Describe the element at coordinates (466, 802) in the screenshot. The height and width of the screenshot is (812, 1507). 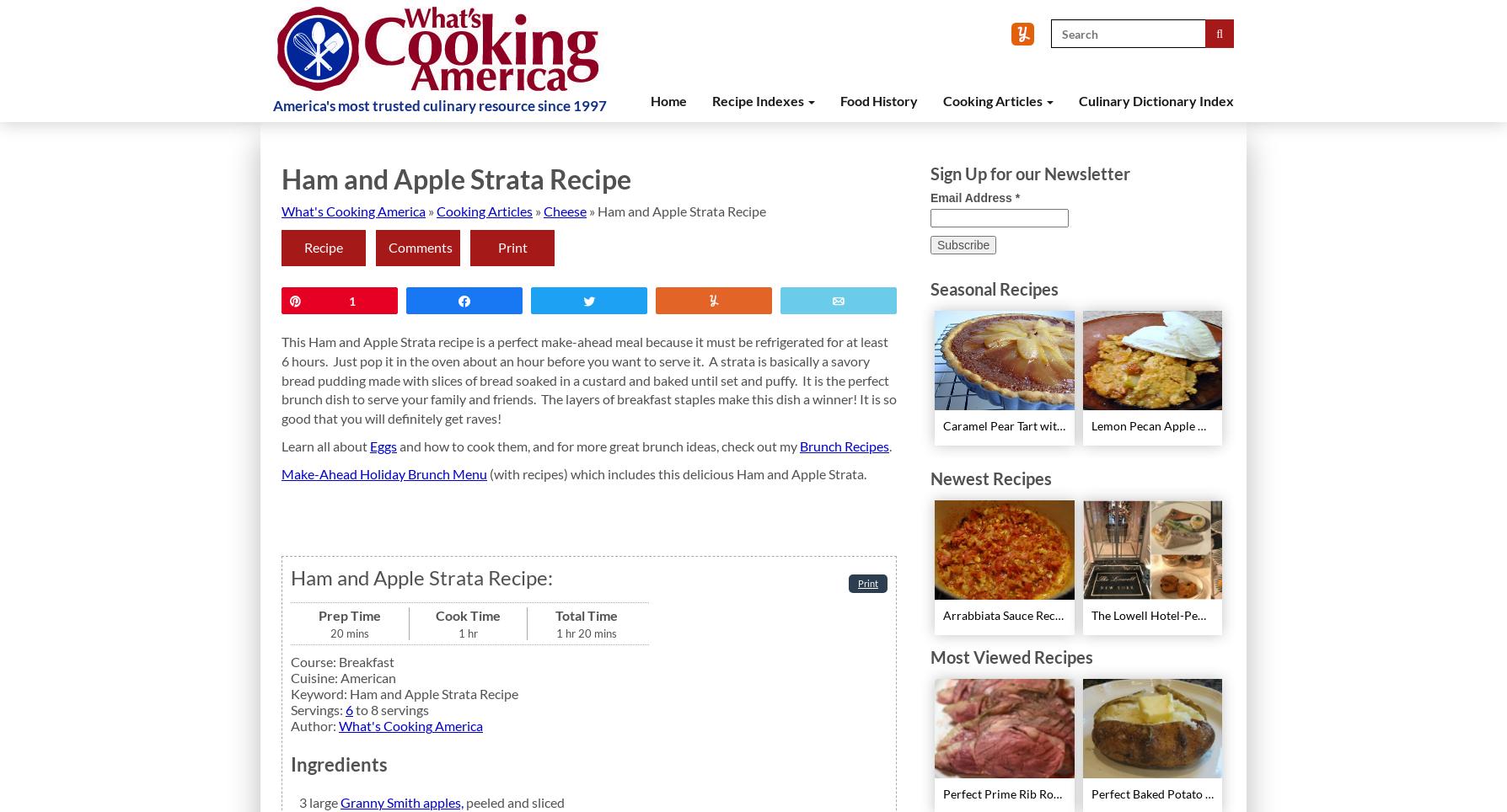
I see `'peeled and sliced'` at that location.